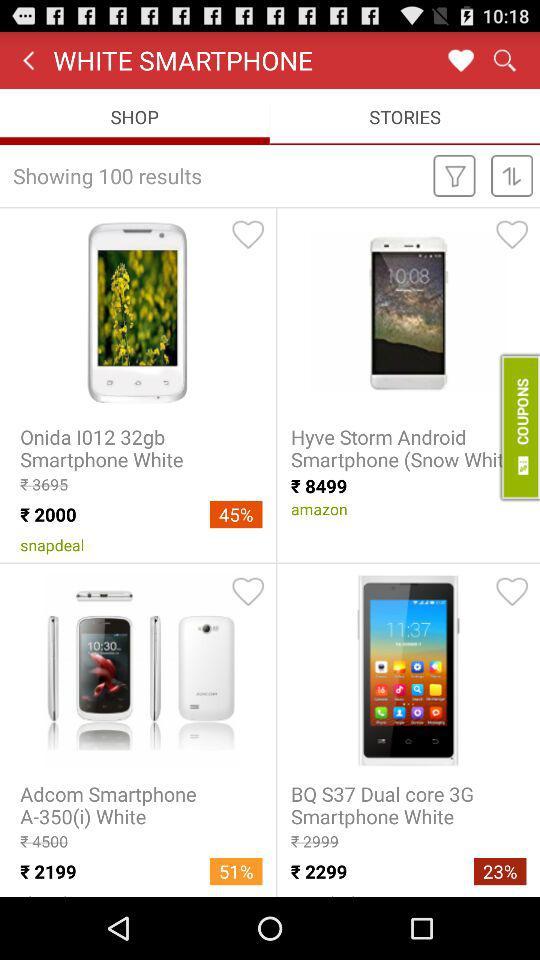 This screenshot has height=960, width=540. What do you see at coordinates (407, 669) in the screenshot?
I see `the second column second image` at bounding box center [407, 669].